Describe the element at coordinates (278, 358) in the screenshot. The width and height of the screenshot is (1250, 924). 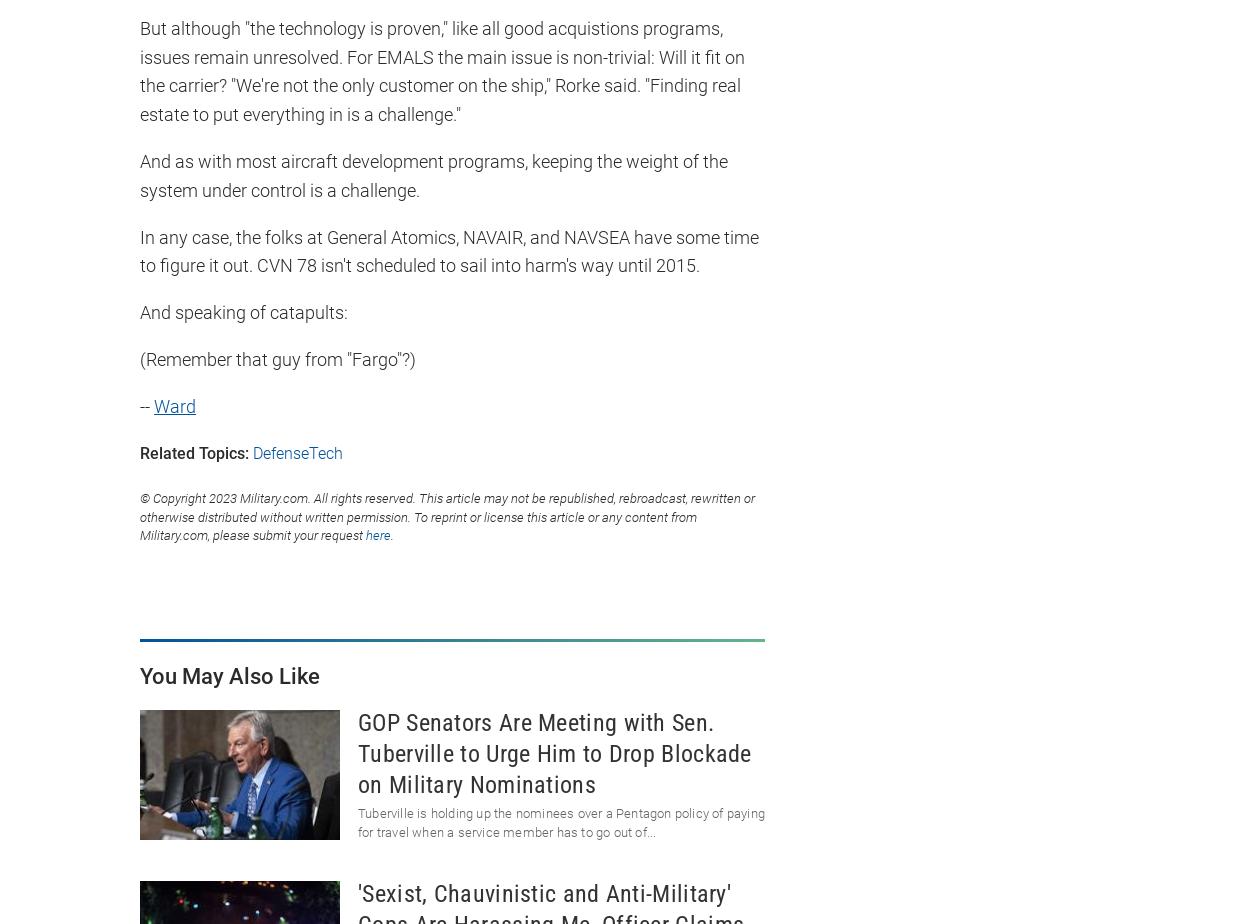
I see `'(Remember that guy from "Fargo"?)'` at that location.